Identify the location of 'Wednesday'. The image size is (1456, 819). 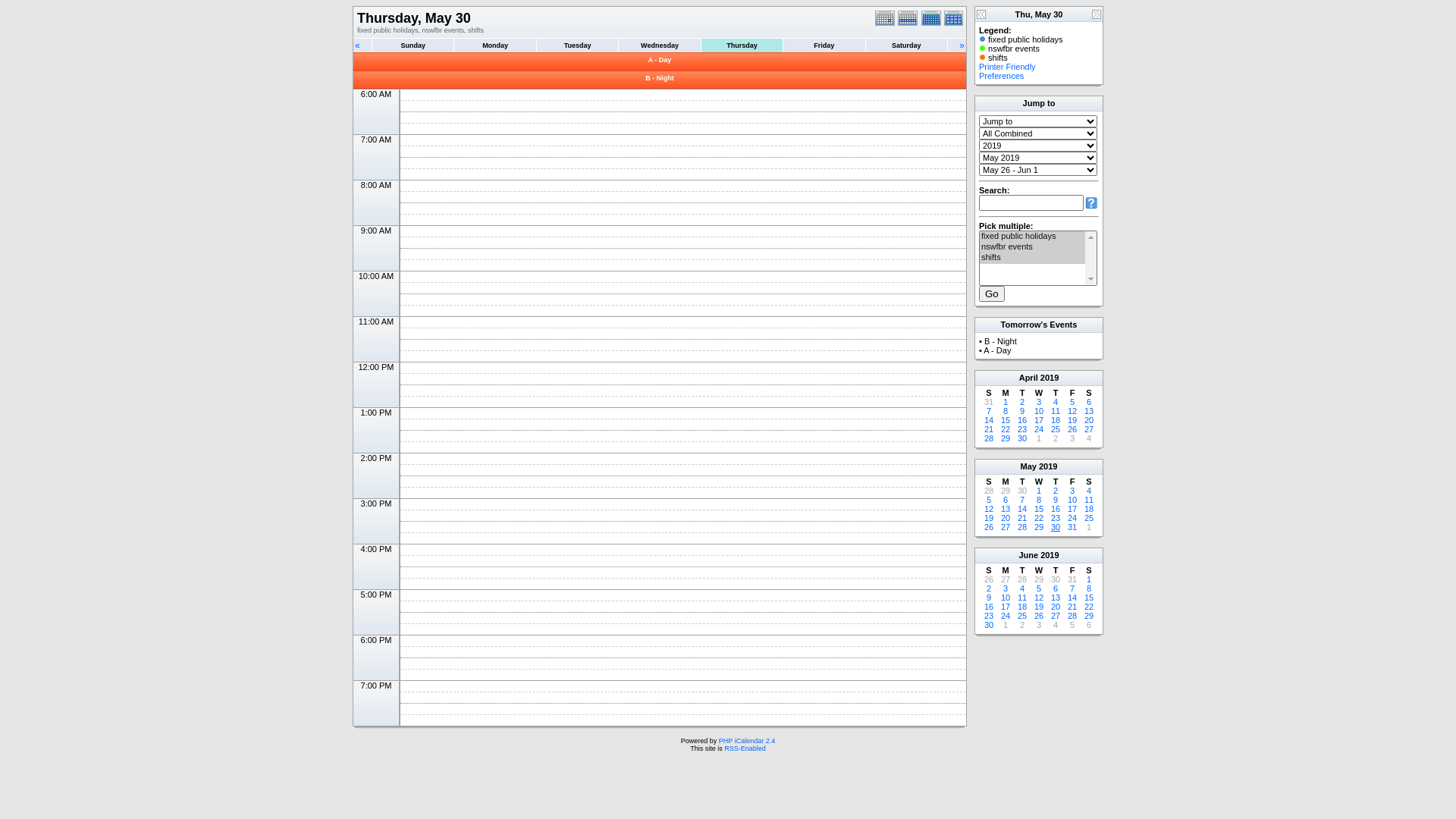
(618, 44).